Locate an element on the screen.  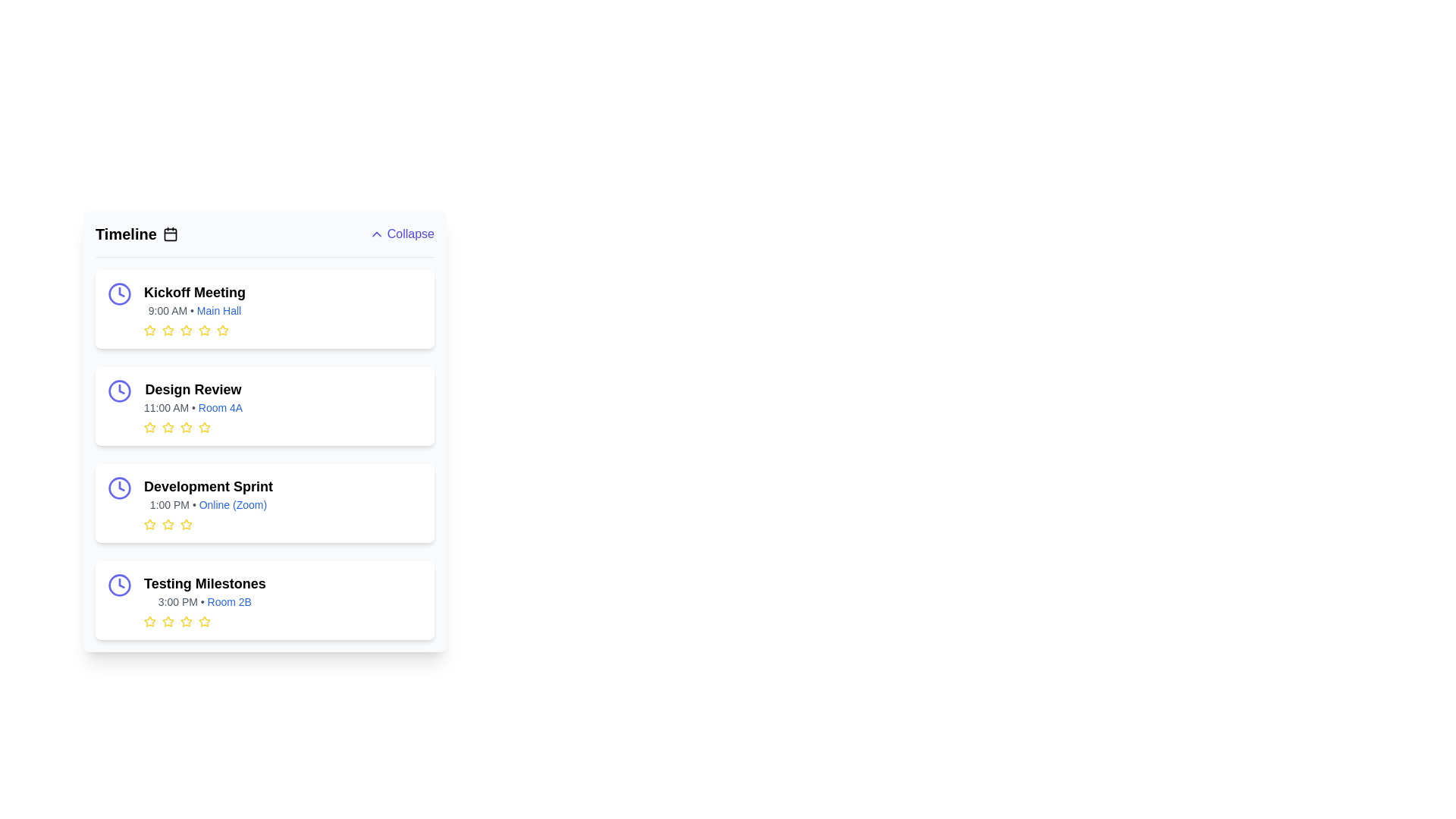
the sixth star in the rating set for the 'Design Review' section located beneath the event's title and time details in the timeline is located at coordinates (203, 427).